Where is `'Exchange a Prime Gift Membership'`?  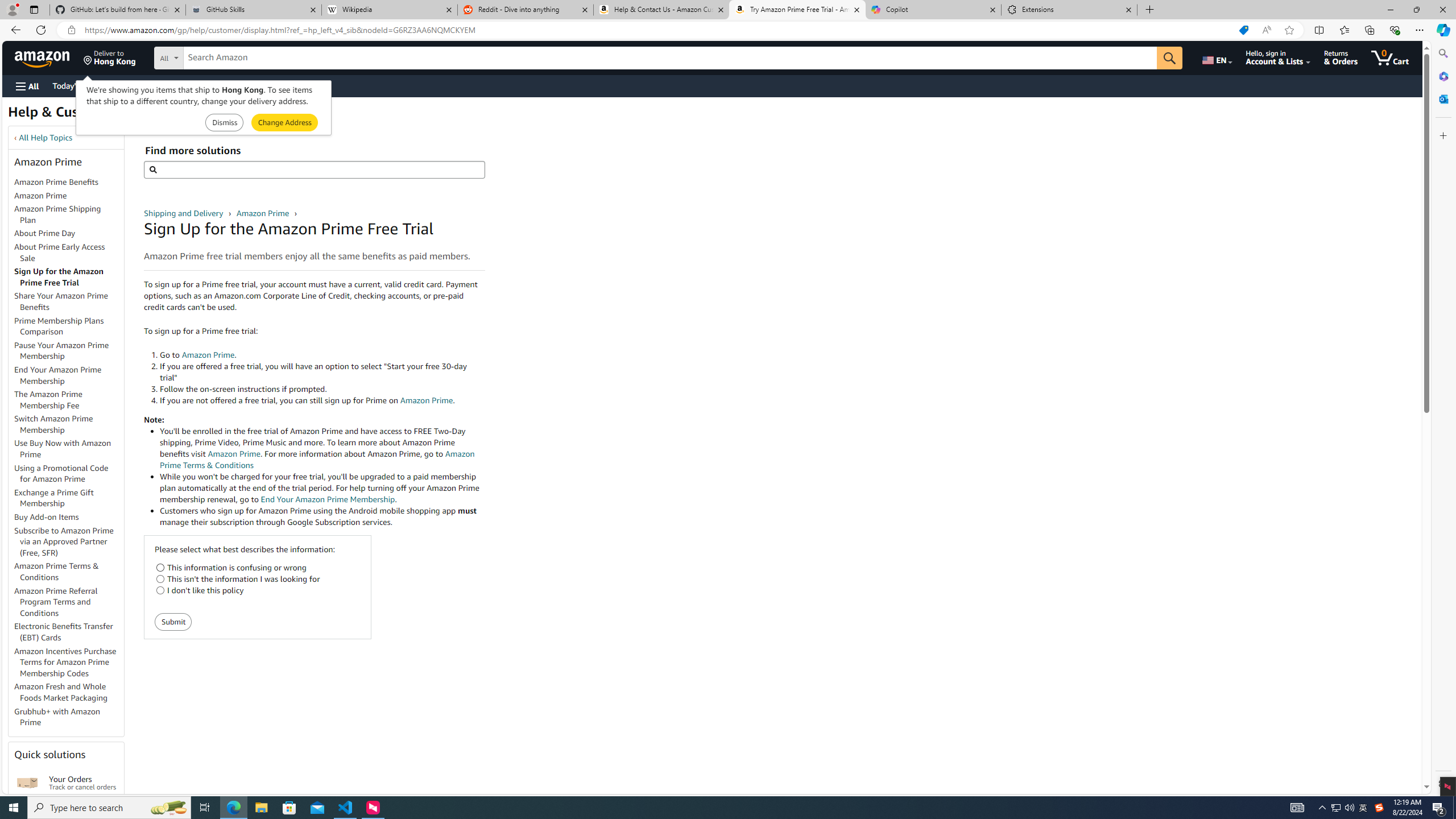 'Exchange a Prime Gift Membership' is located at coordinates (53, 497).